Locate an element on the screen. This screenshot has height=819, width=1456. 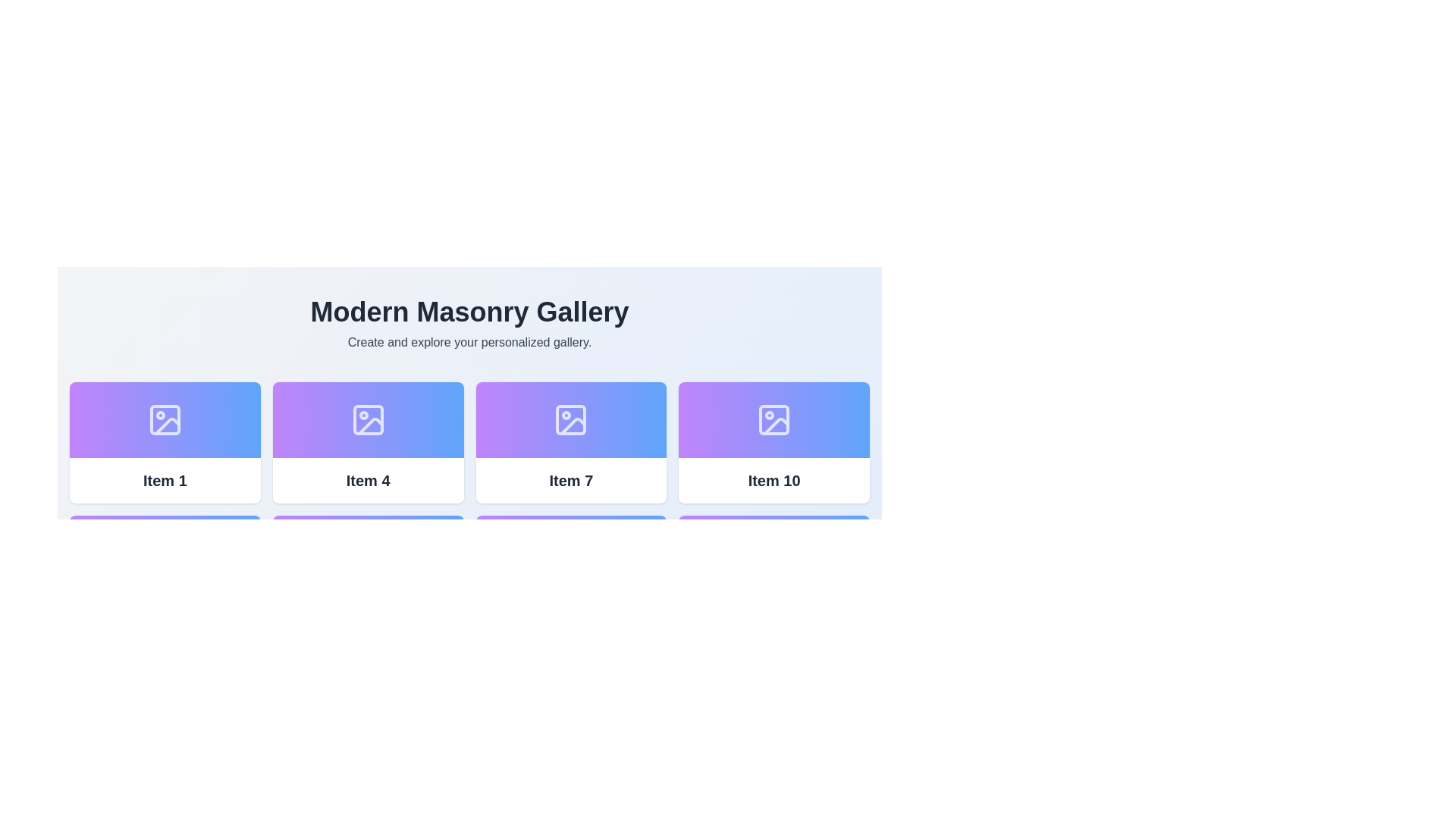
the decorative square shape inside the image icon that is part of the 'Item 10' card in the gallery is located at coordinates (774, 420).